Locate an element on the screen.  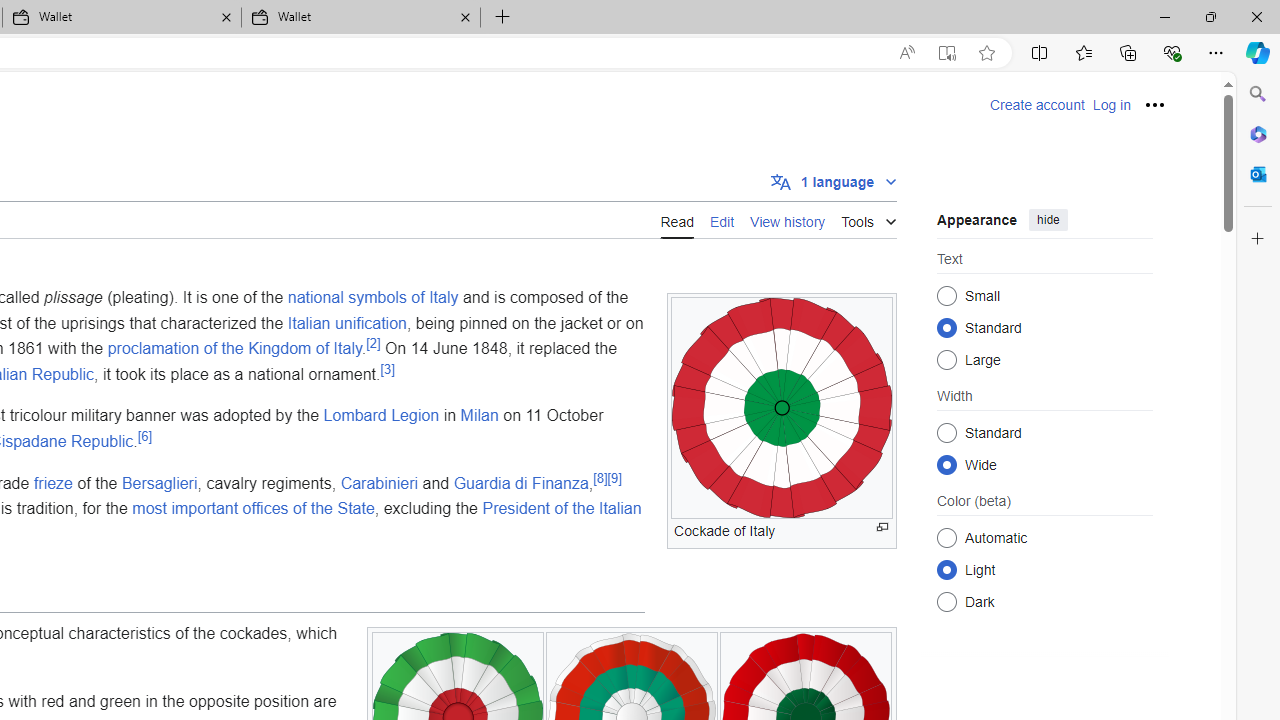
'[2]' is located at coordinates (373, 342).